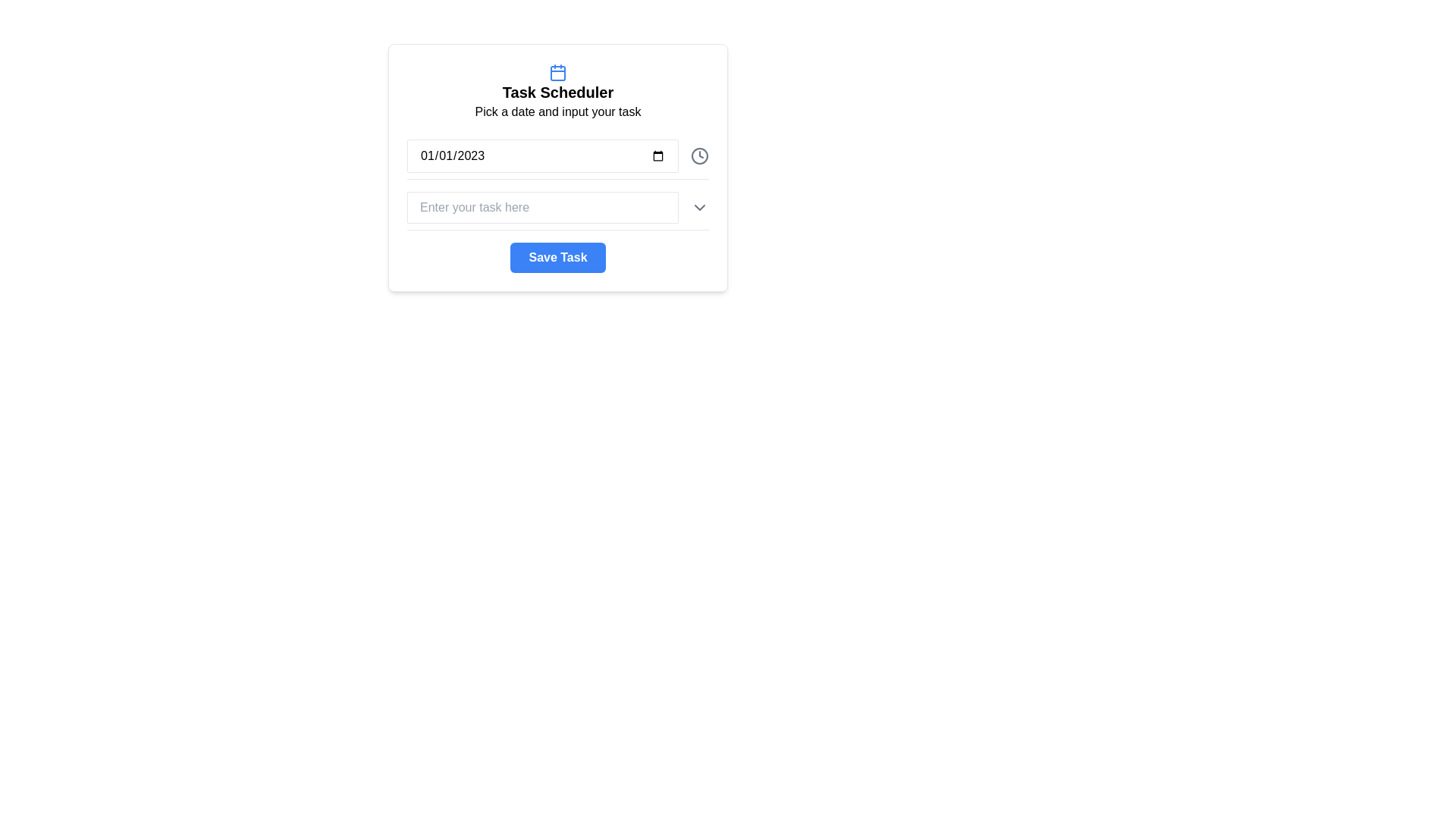 The height and width of the screenshot is (819, 1456). Describe the element at coordinates (557, 73) in the screenshot. I see `the rectangular calendar icon element located at the top portion of the modal dialog box, just above the 'Task Scheduler' label` at that location.